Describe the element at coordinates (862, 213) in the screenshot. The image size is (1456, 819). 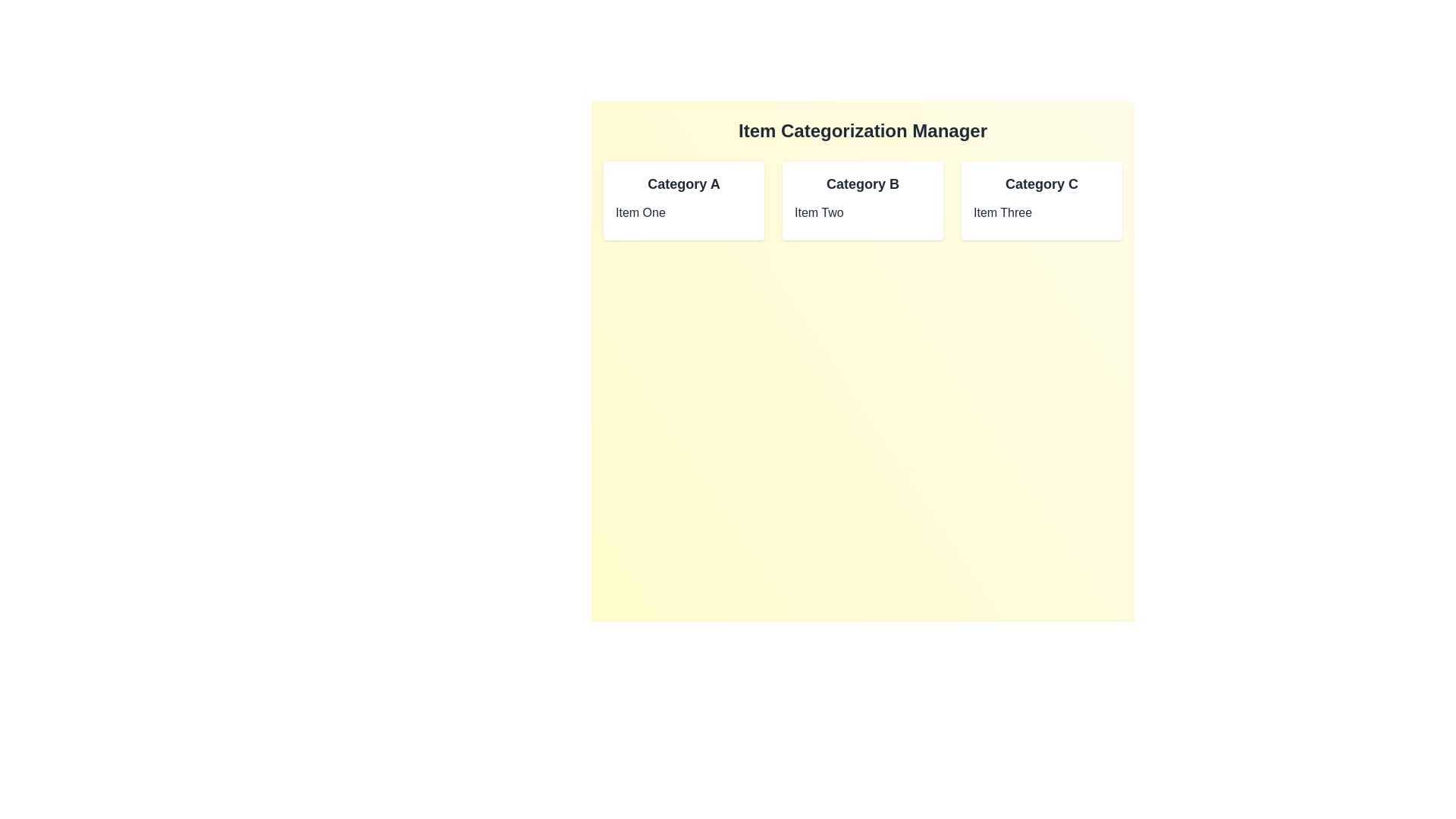
I see `the item named Item Two to select it` at that location.